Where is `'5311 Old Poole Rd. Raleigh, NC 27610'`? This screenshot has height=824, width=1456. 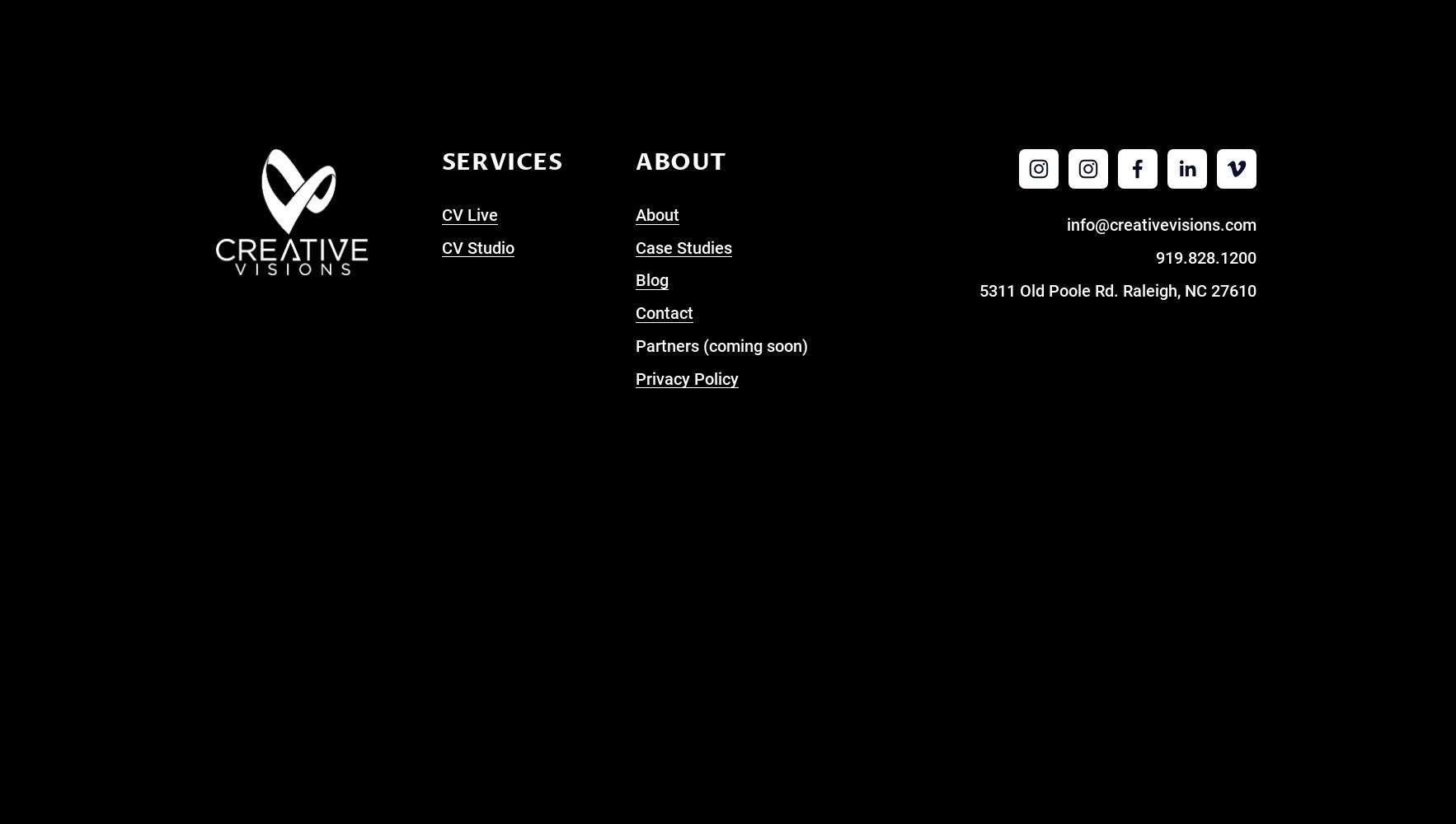
'5311 Old Poole Rd. Raleigh, NC 27610' is located at coordinates (1117, 289).